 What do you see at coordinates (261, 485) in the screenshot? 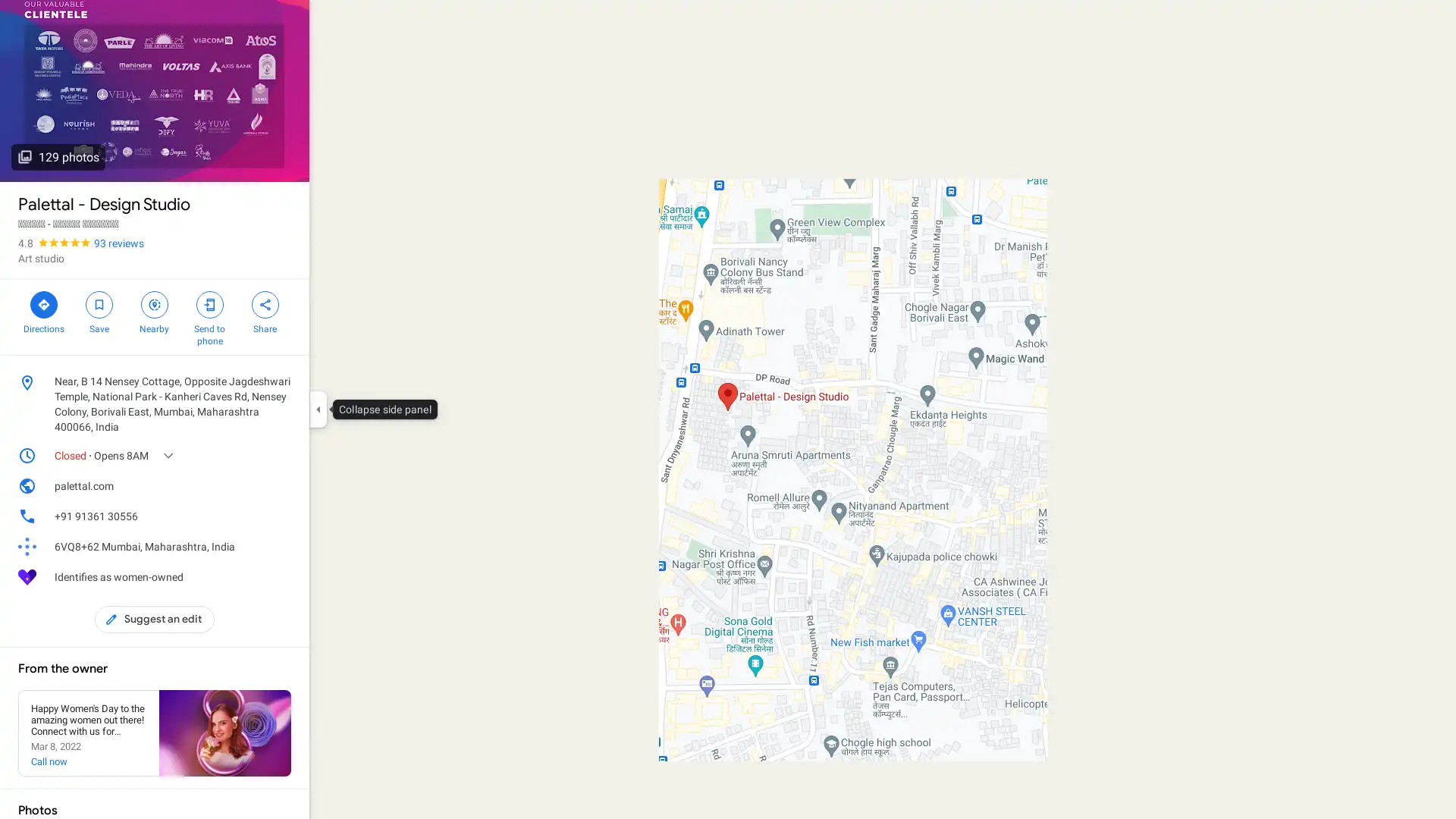
I see `Open website` at bounding box center [261, 485].